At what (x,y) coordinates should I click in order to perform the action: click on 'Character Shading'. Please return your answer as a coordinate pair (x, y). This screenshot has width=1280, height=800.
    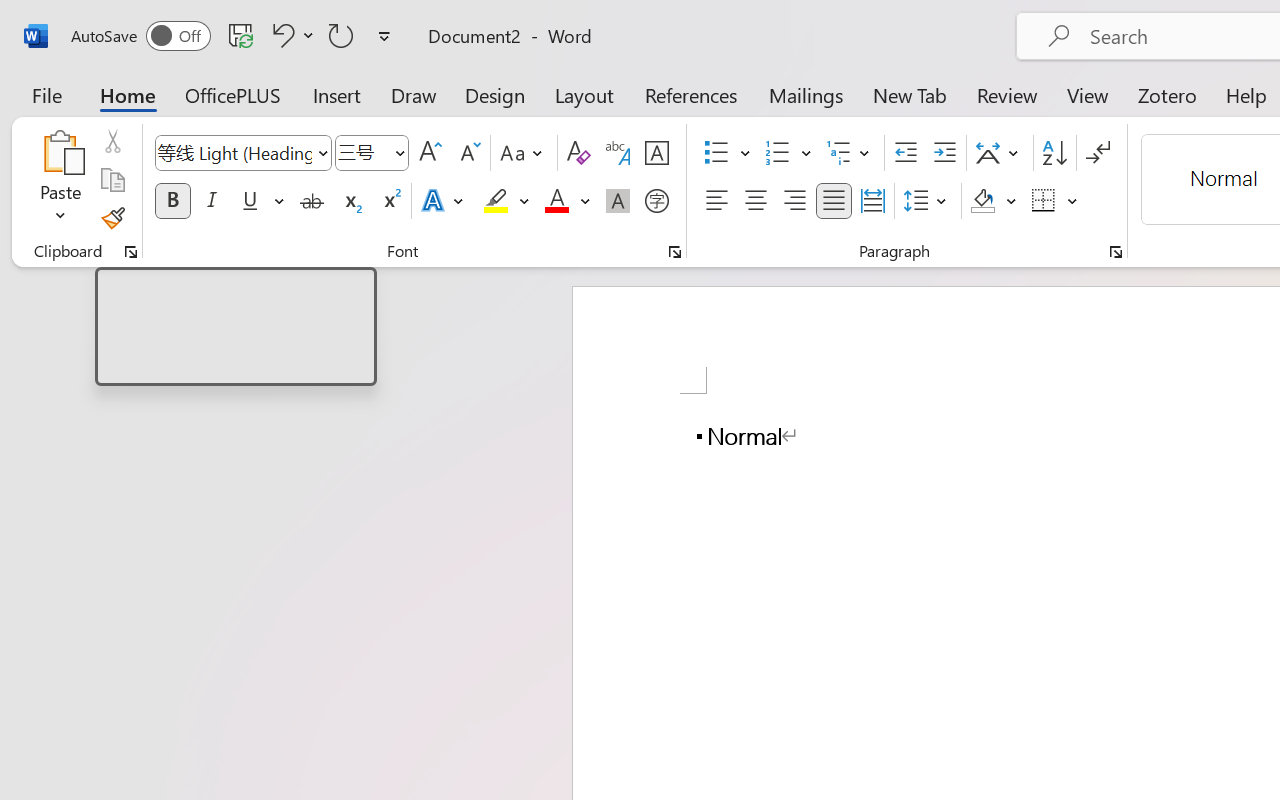
    Looking at the image, I should click on (617, 201).